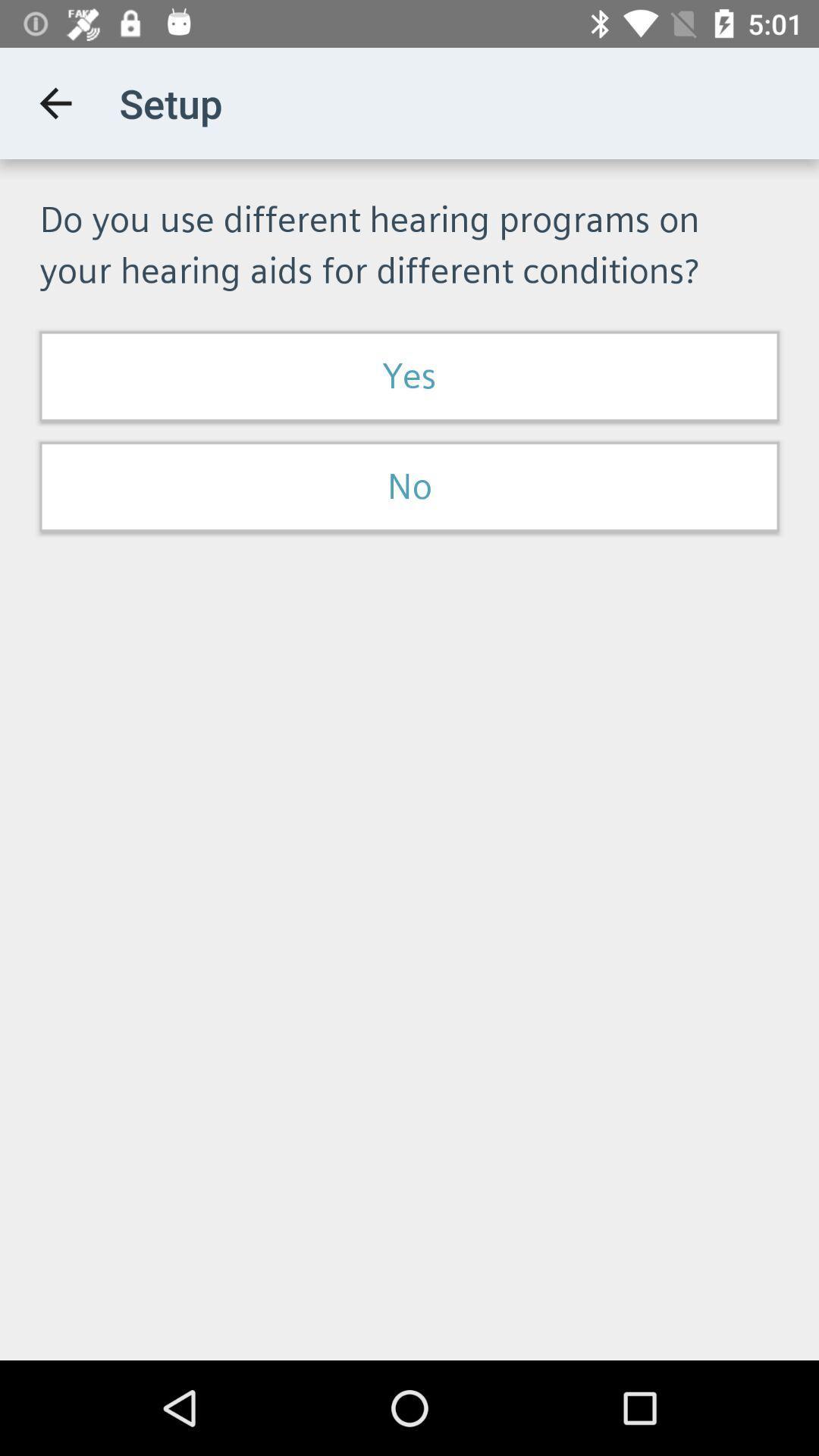 Image resolution: width=819 pixels, height=1456 pixels. I want to click on item below the yes item, so click(409, 487).